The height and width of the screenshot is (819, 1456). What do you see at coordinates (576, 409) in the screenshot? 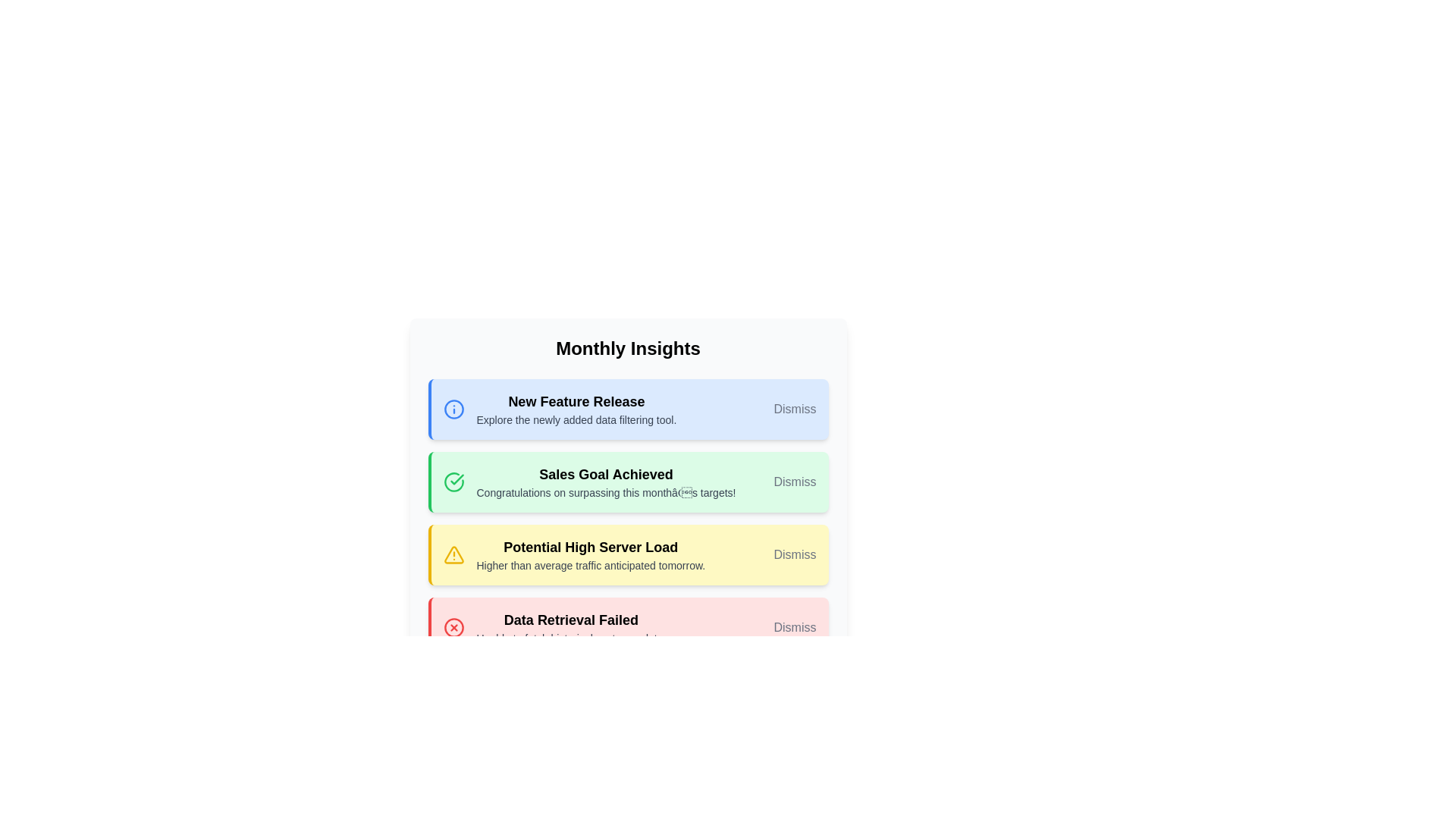
I see `the text block stating 'New Feature Release' to access surrounding elements for further actions` at bounding box center [576, 409].